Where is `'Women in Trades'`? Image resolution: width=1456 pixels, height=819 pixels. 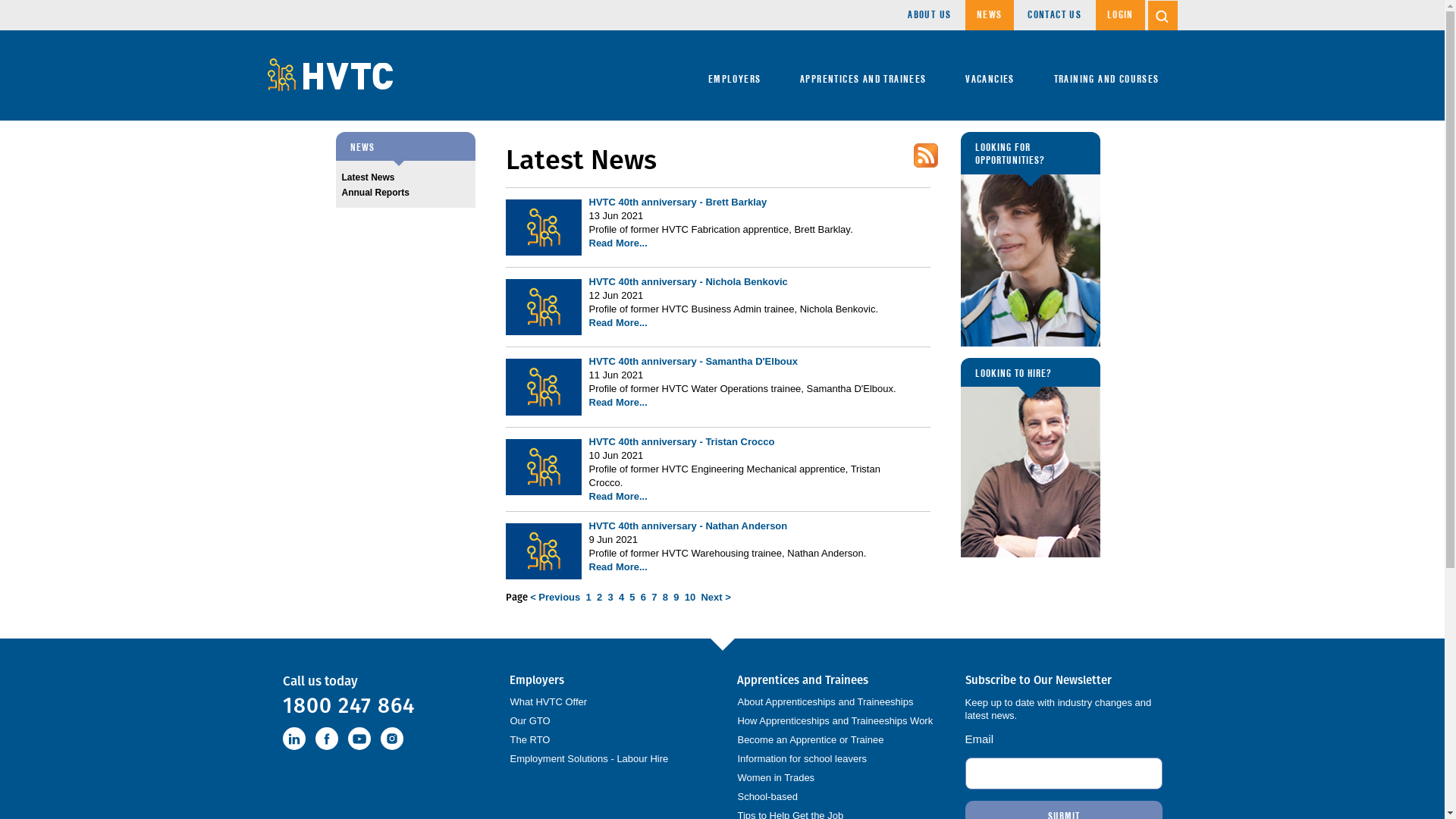
'Women in Trades' is located at coordinates (775, 777).